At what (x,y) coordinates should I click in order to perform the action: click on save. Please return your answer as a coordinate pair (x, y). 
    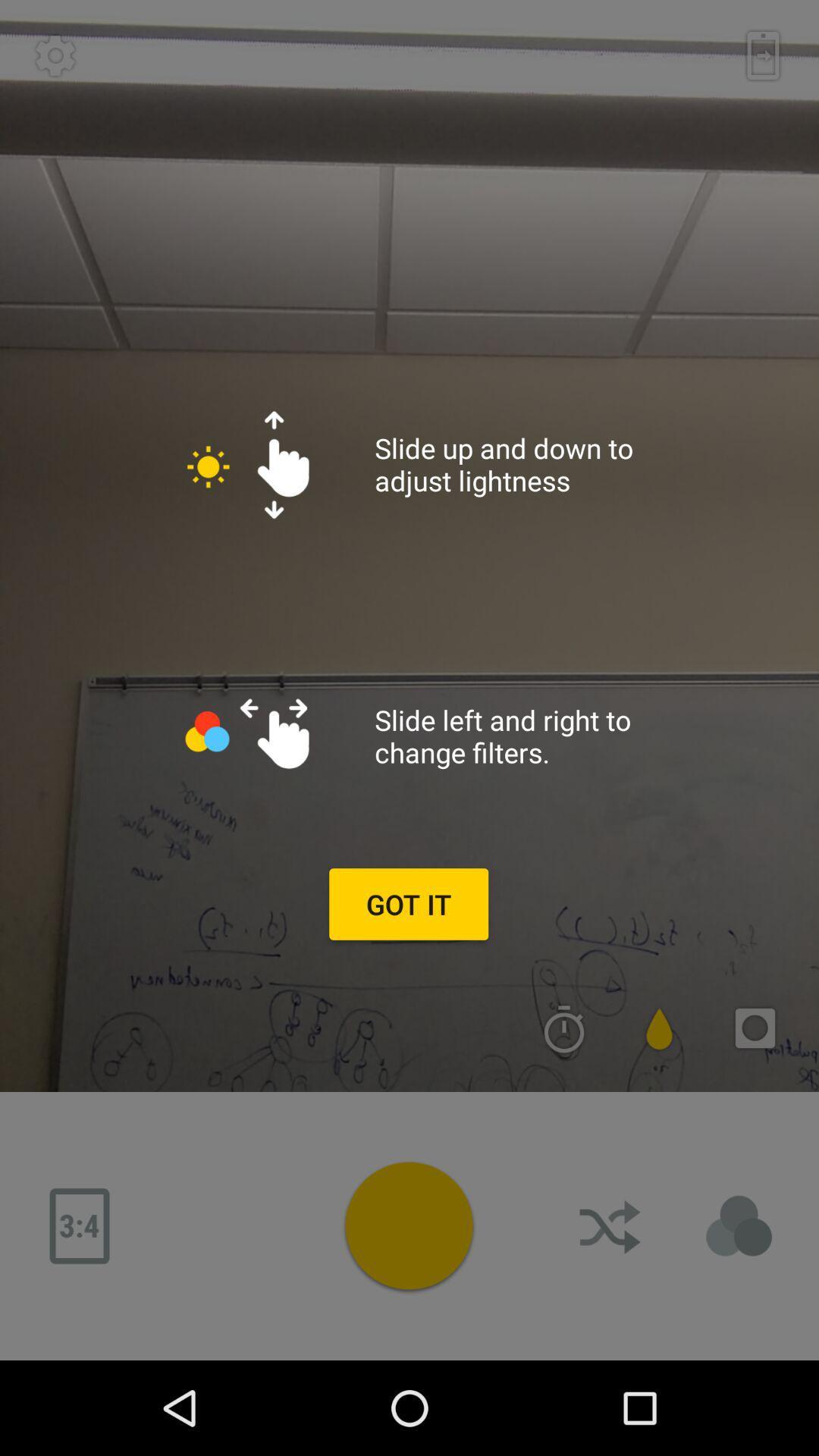
    Looking at the image, I should click on (763, 55).